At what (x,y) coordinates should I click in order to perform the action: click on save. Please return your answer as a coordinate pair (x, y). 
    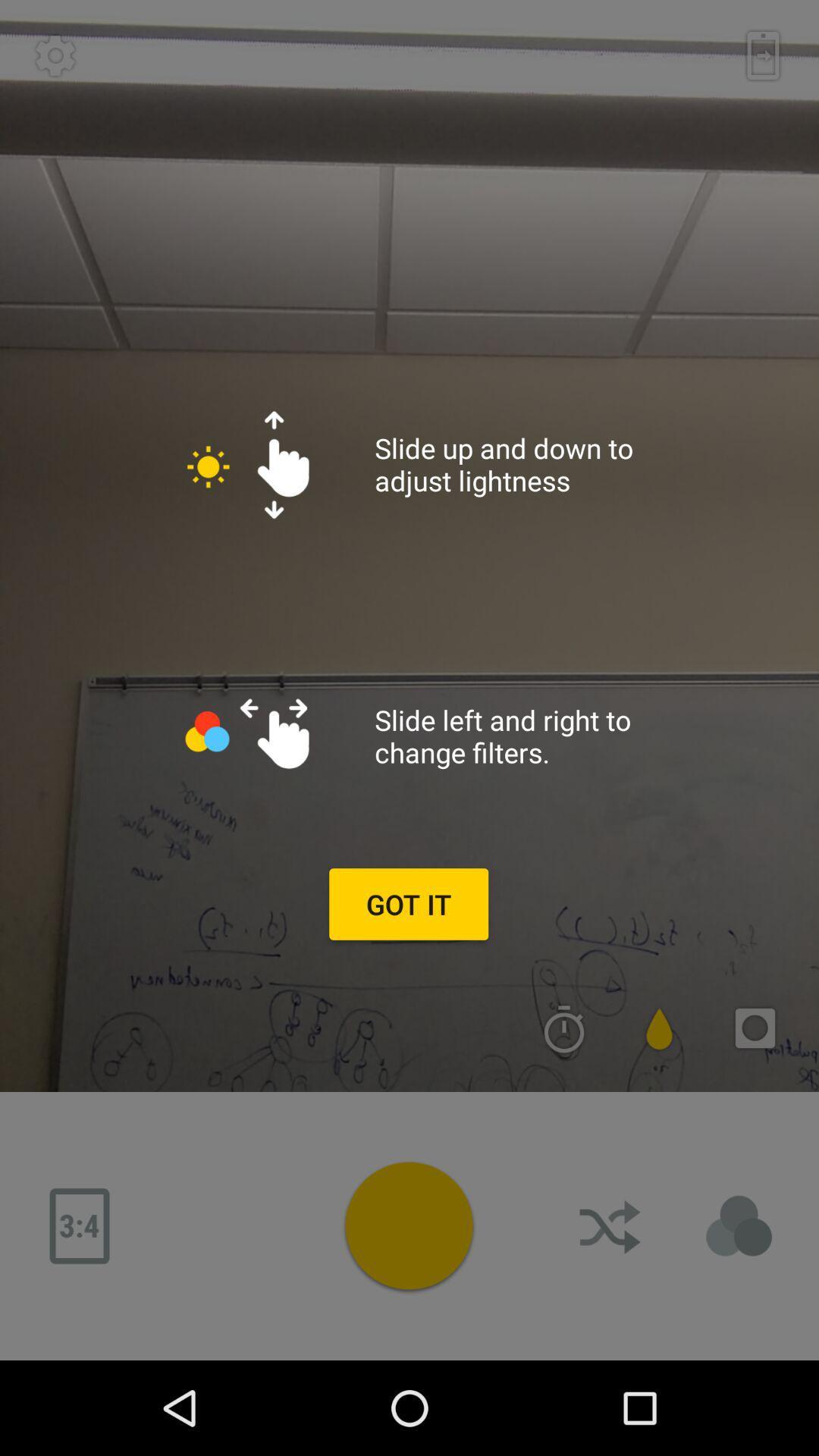
    Looking at the image, I should click on (763, 55).